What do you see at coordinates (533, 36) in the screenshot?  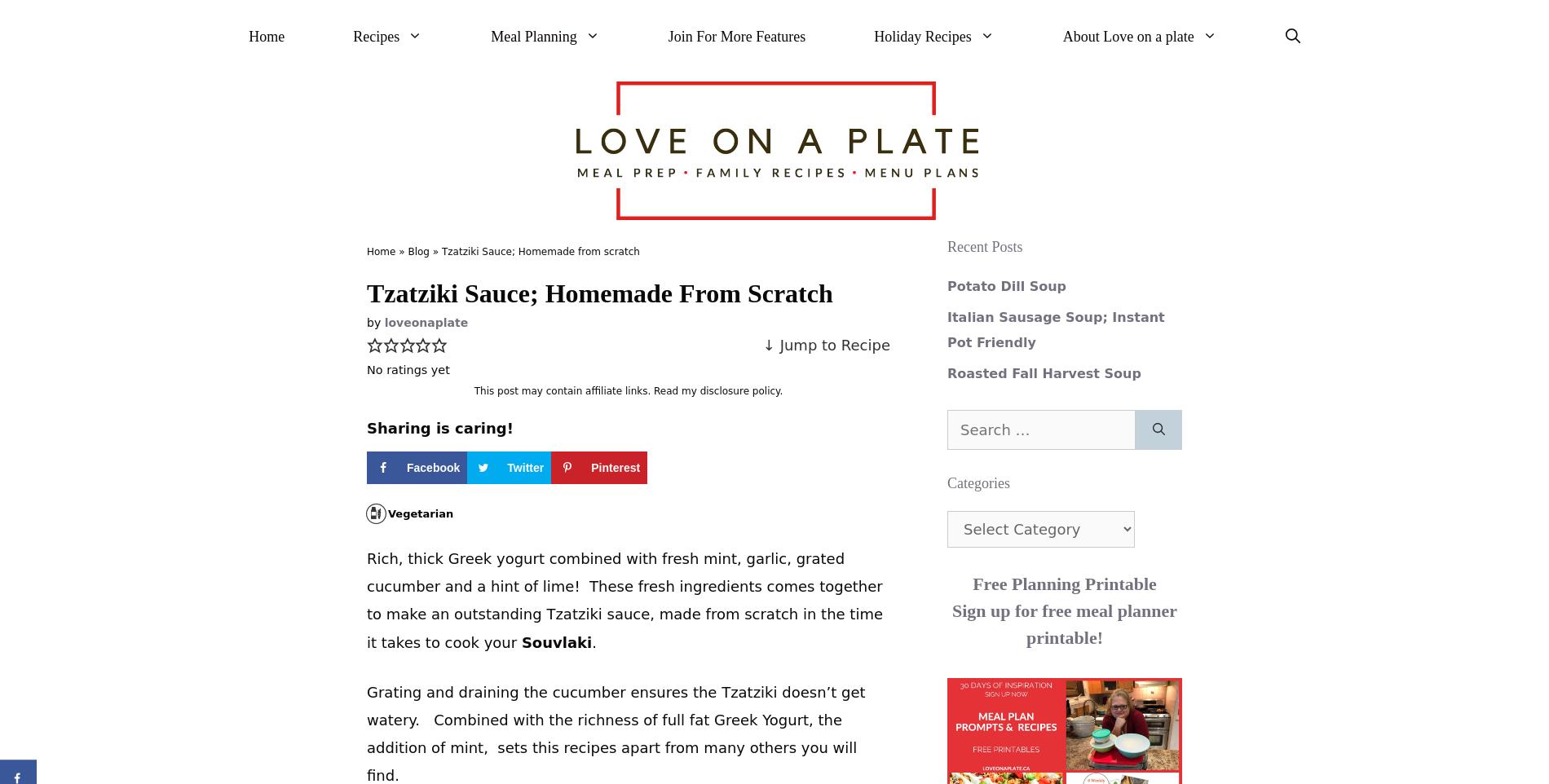 I see `'Meal Planning'` at bounding box center [533, 36].